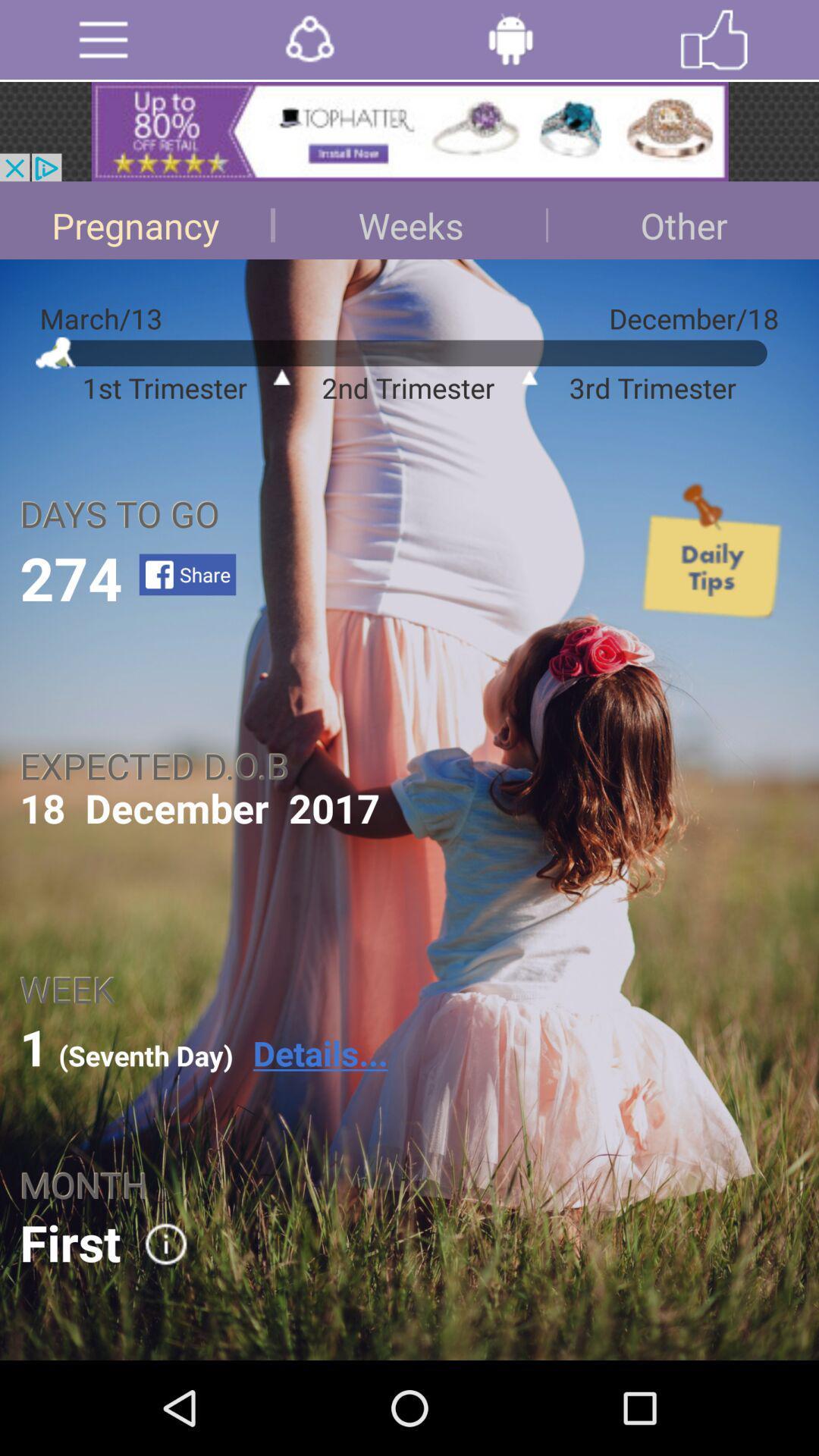  Describe the element at coordinates (510, 39) in the screenshot. I see `click for robotic help` at that location.